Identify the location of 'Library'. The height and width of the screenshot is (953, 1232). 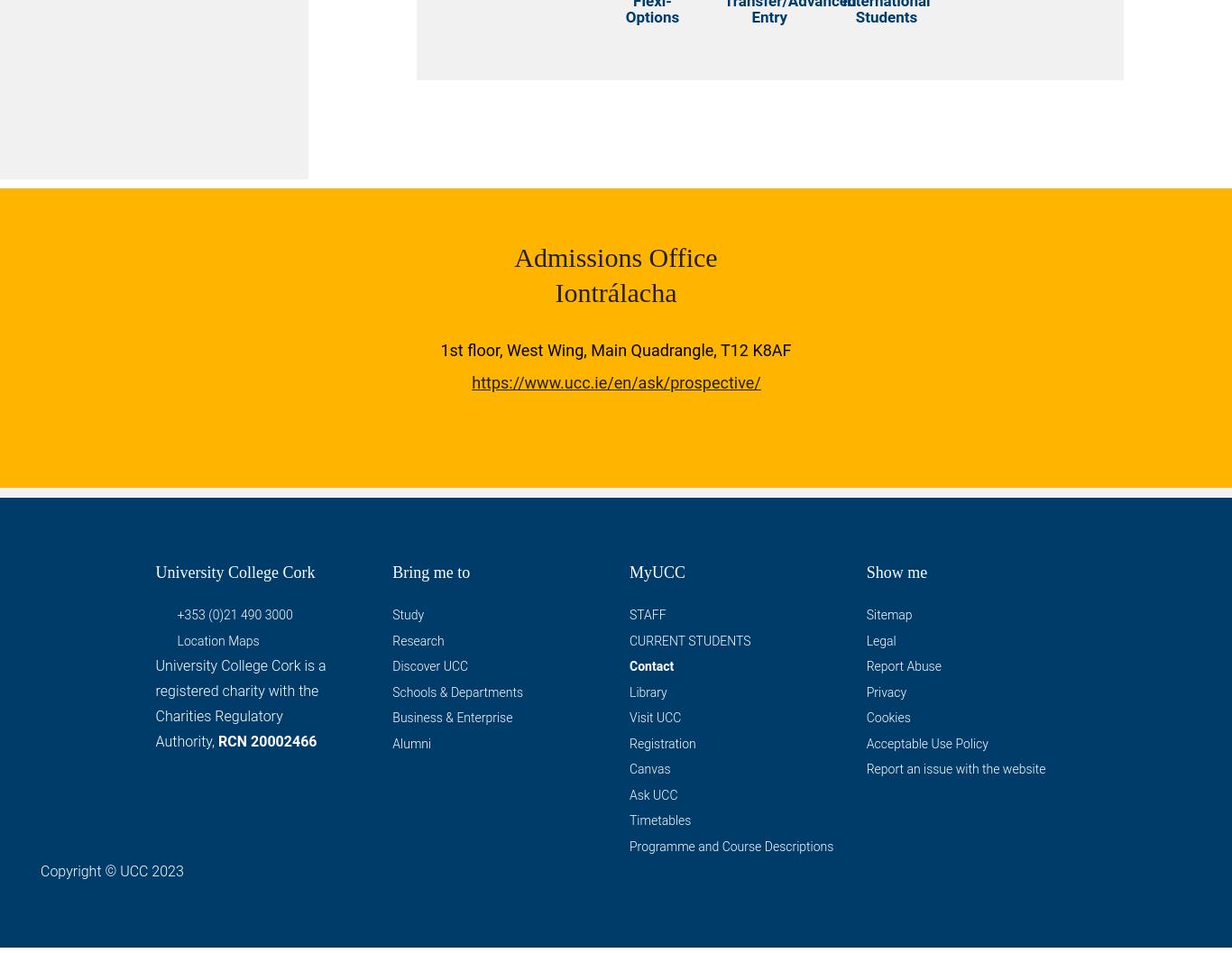
(648, 696).